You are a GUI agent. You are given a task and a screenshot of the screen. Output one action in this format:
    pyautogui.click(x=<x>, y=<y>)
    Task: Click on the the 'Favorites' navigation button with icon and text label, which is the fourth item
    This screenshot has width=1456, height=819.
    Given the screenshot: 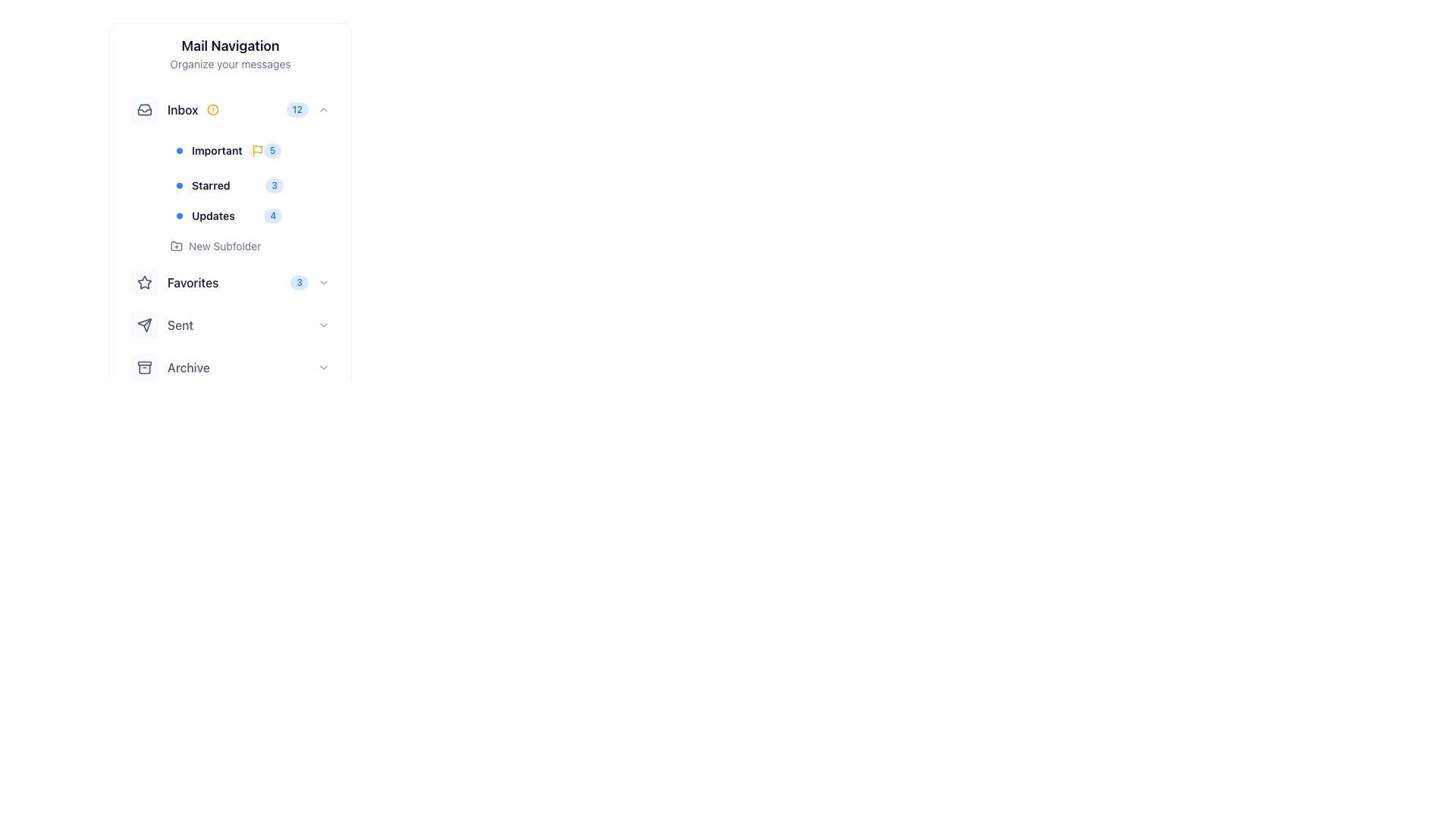 What is the action you would take?
    pyautogui.click(x=174, y=283)
    